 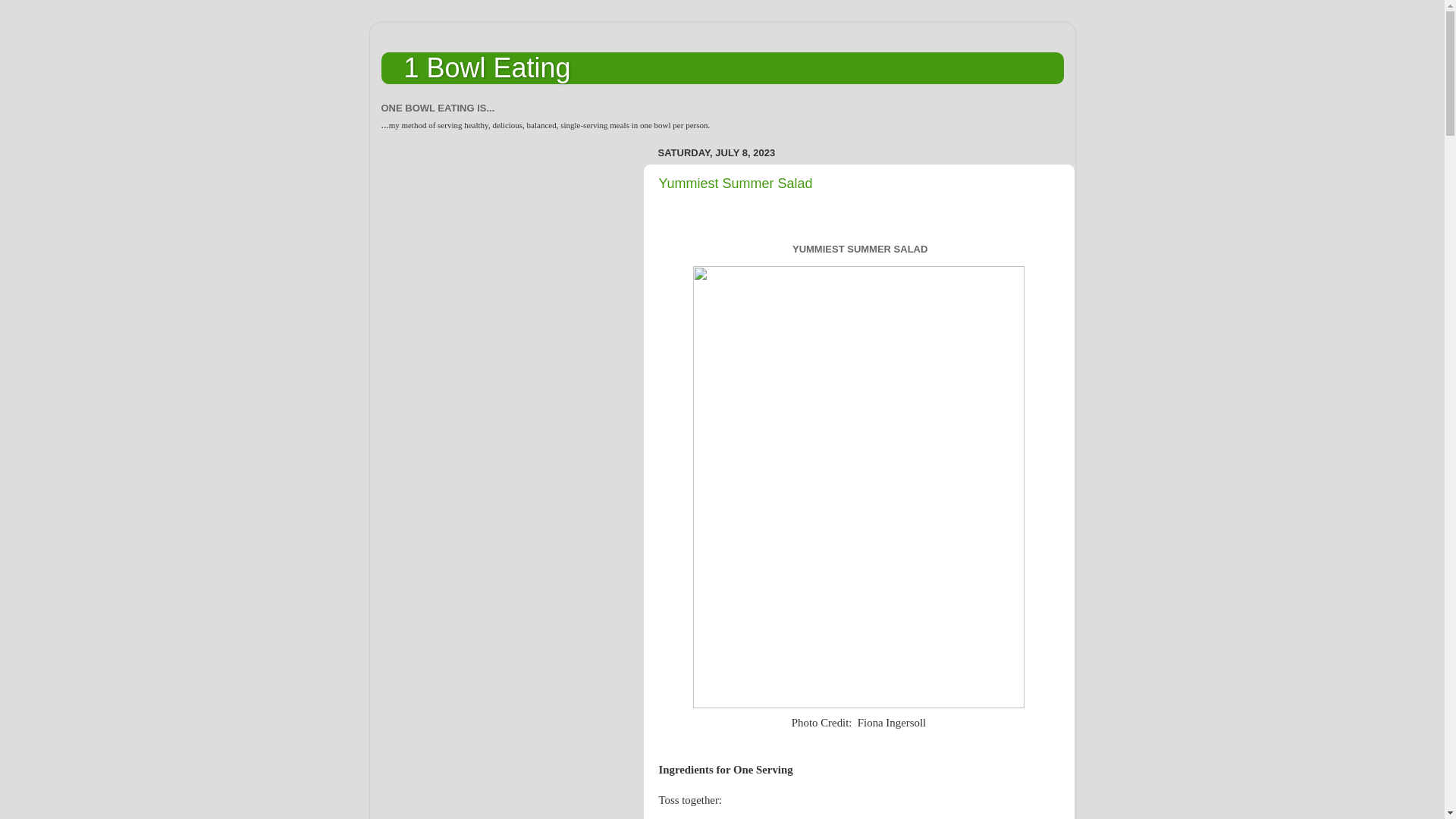 I want to click on 'Yummiest Summer Salad', so click(x=735, y=183).